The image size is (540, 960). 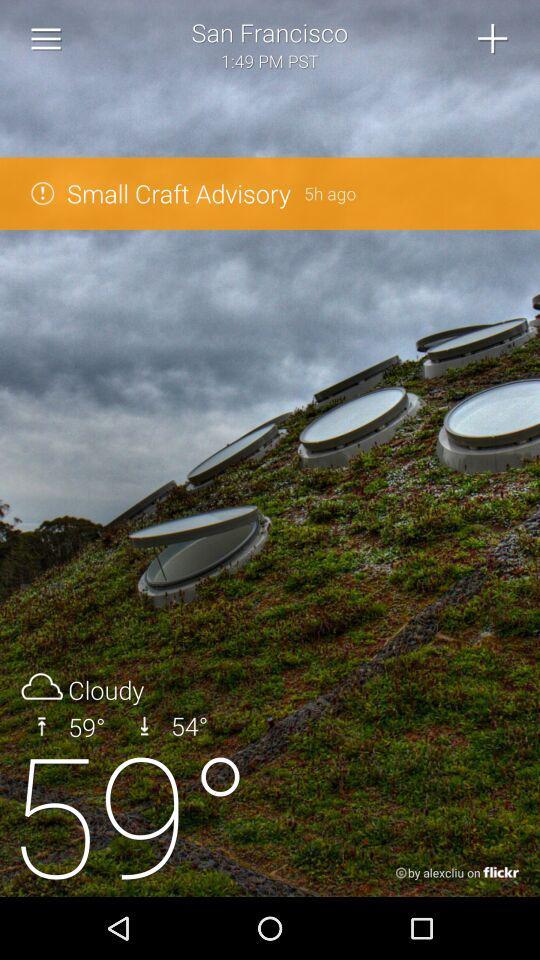 I want to click on the add icon, so click(x=492, y=40).